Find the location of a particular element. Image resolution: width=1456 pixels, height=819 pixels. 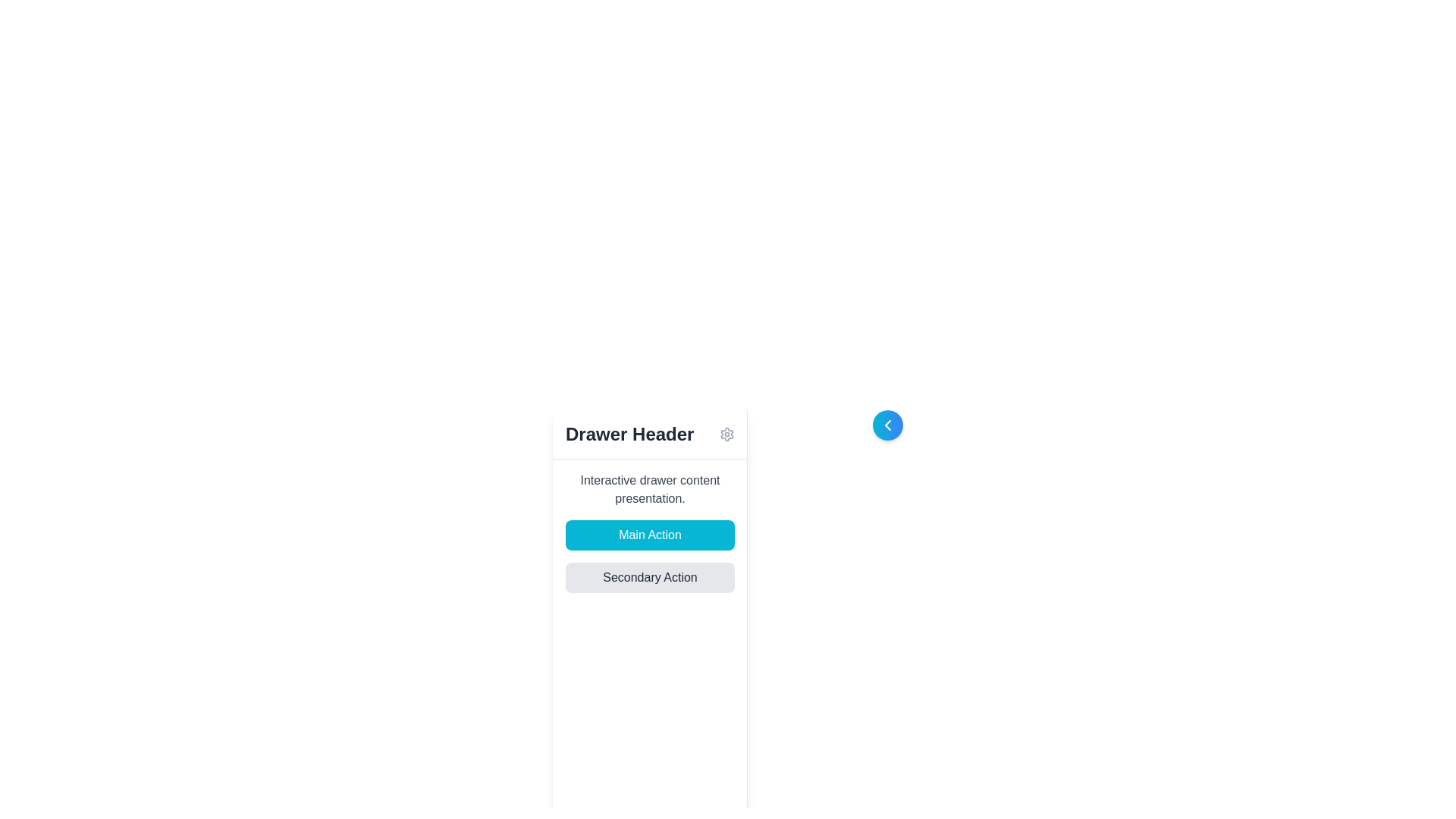

the navigation button with a leftward-pointing chevron icon is located at coordinates (887, 425).